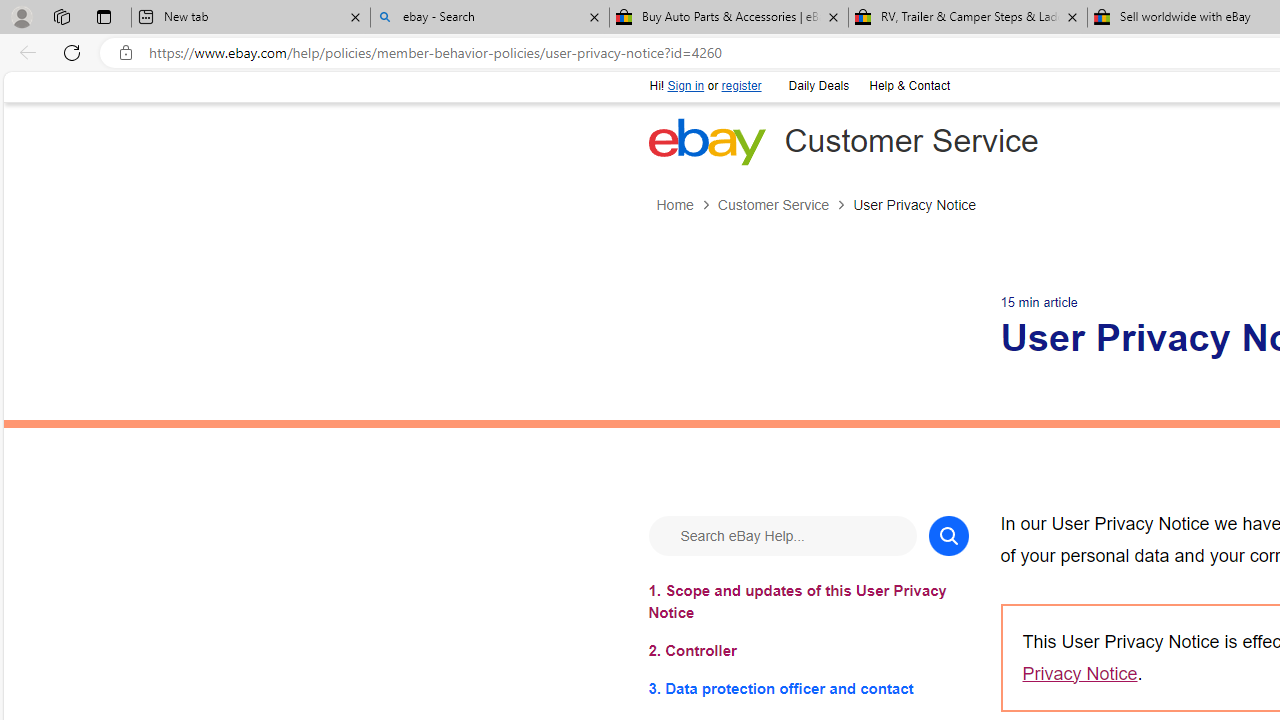 The width and height of the screenshot is (1280, 720). I want to click on 'RV, Trailer & Camper Steps & Ladders for sale | eBay', so click(967, 17).